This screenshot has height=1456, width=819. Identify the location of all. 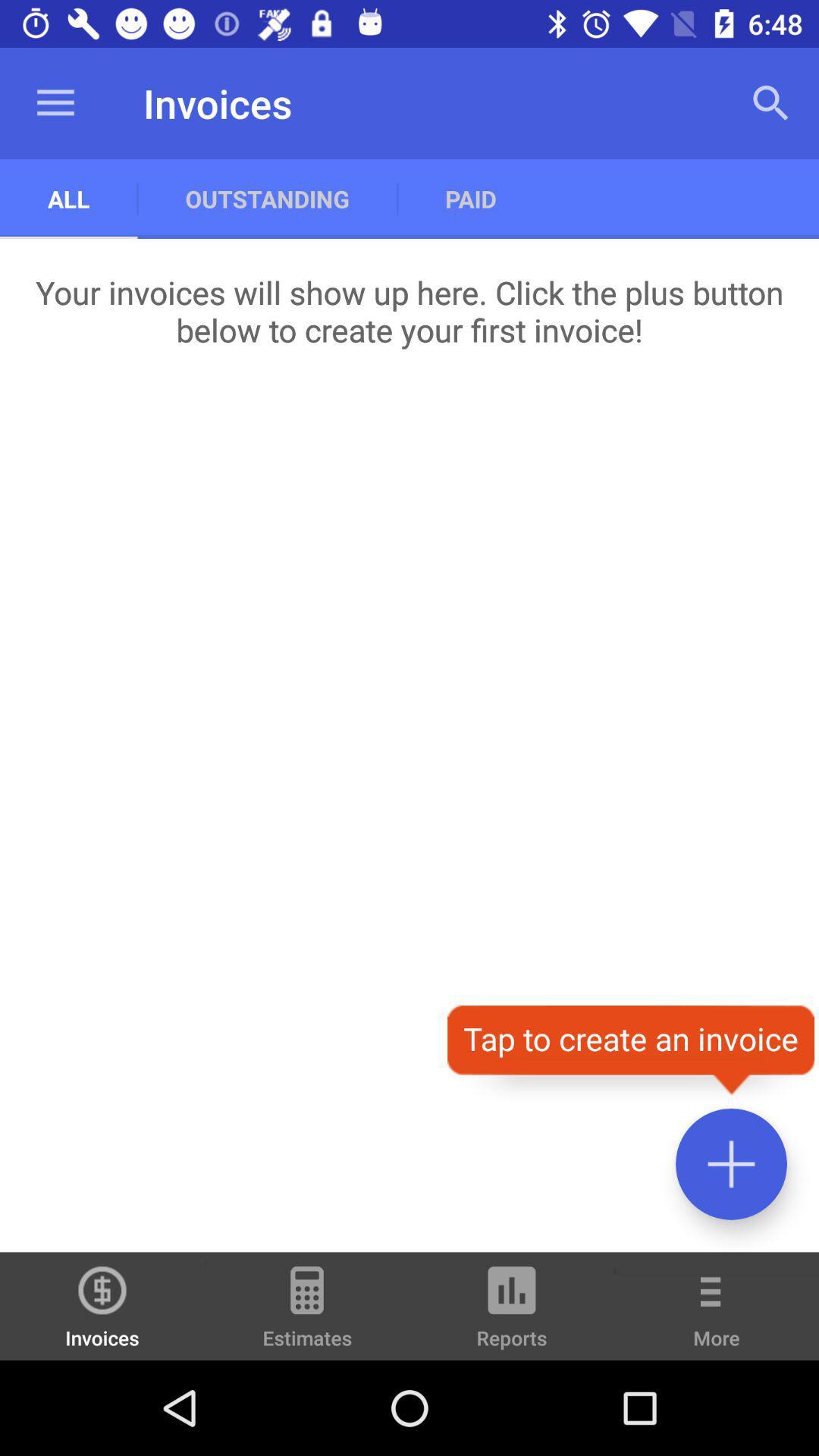
(68, 198).